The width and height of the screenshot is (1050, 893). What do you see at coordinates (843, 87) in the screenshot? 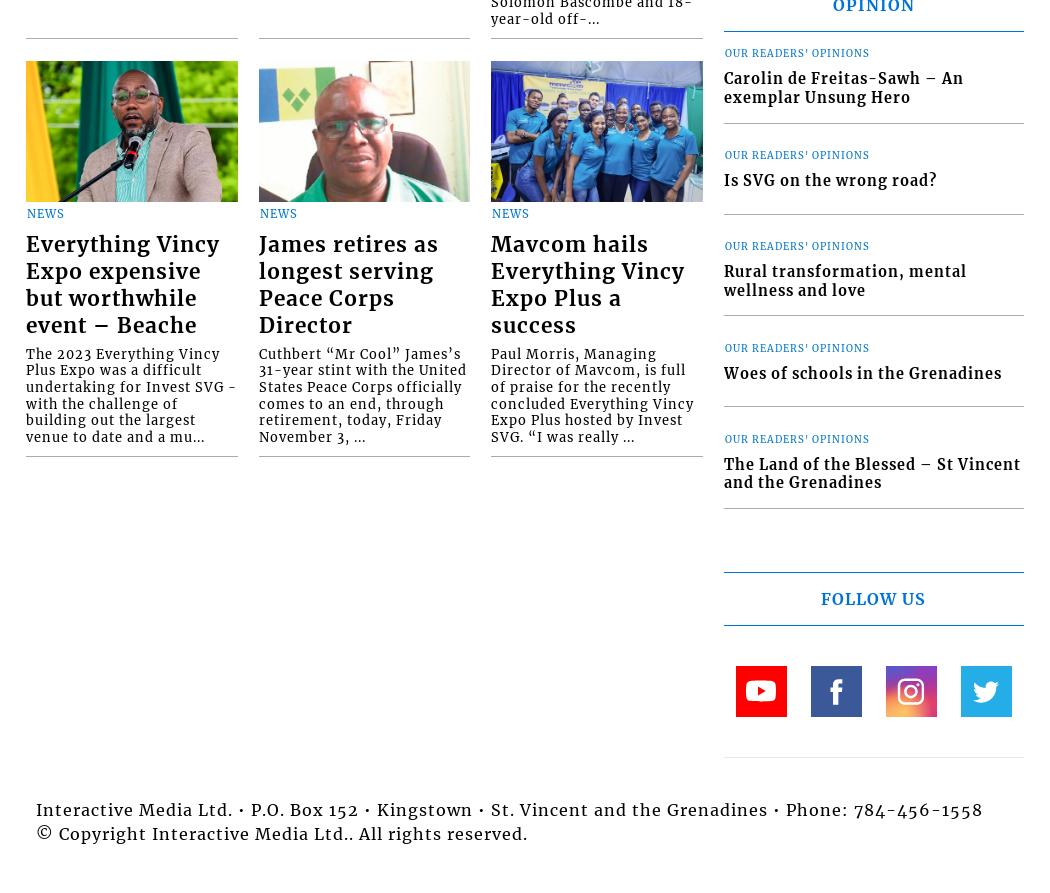
I see `'Carolin de Freitas-Sawh – An exemplar Unsung Hero'` at bounding box center [843, 87].